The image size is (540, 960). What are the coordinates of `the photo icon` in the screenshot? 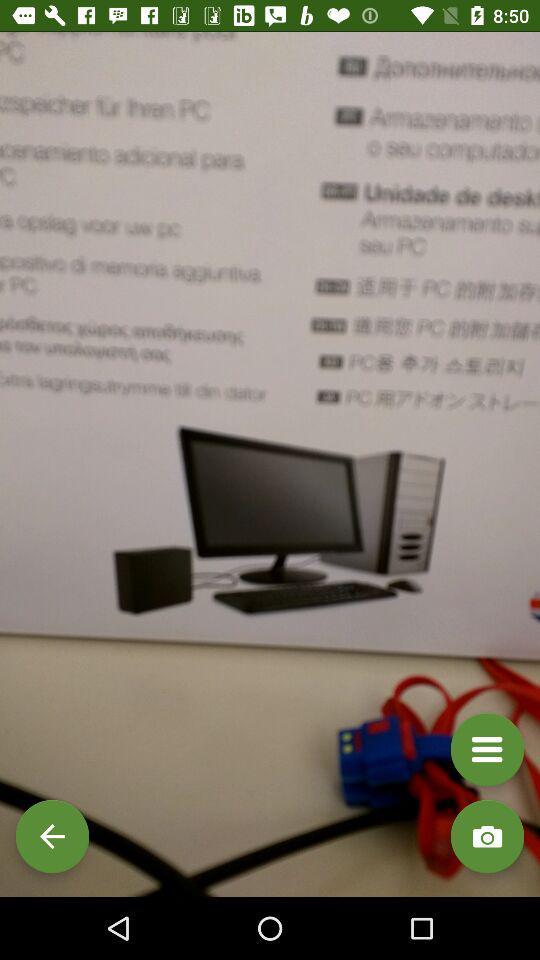 It's located at (486, 836).